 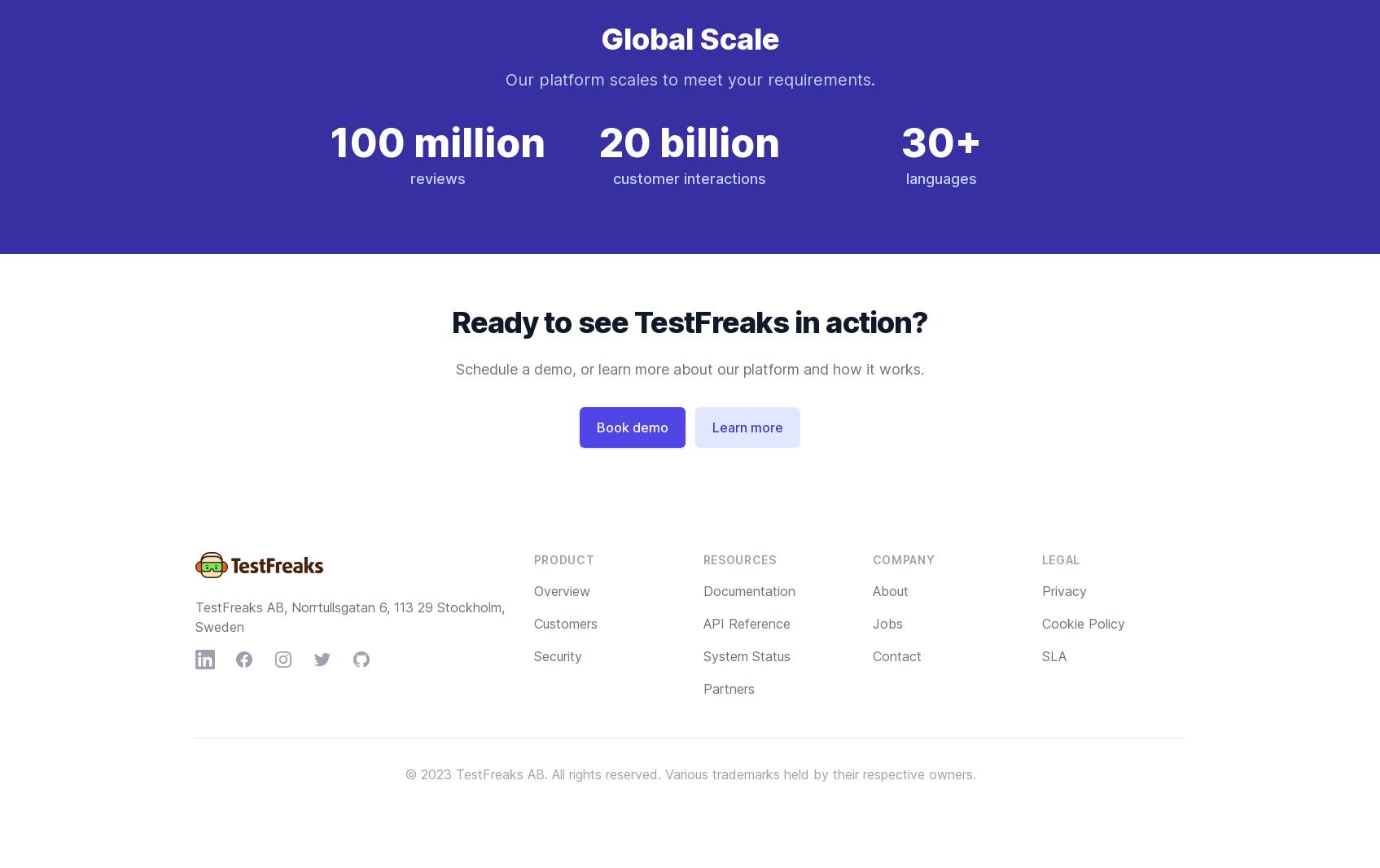 I want to click on 'Schedule a demo, or learn more about our platform and how it works.', so click(x=690, y=369).